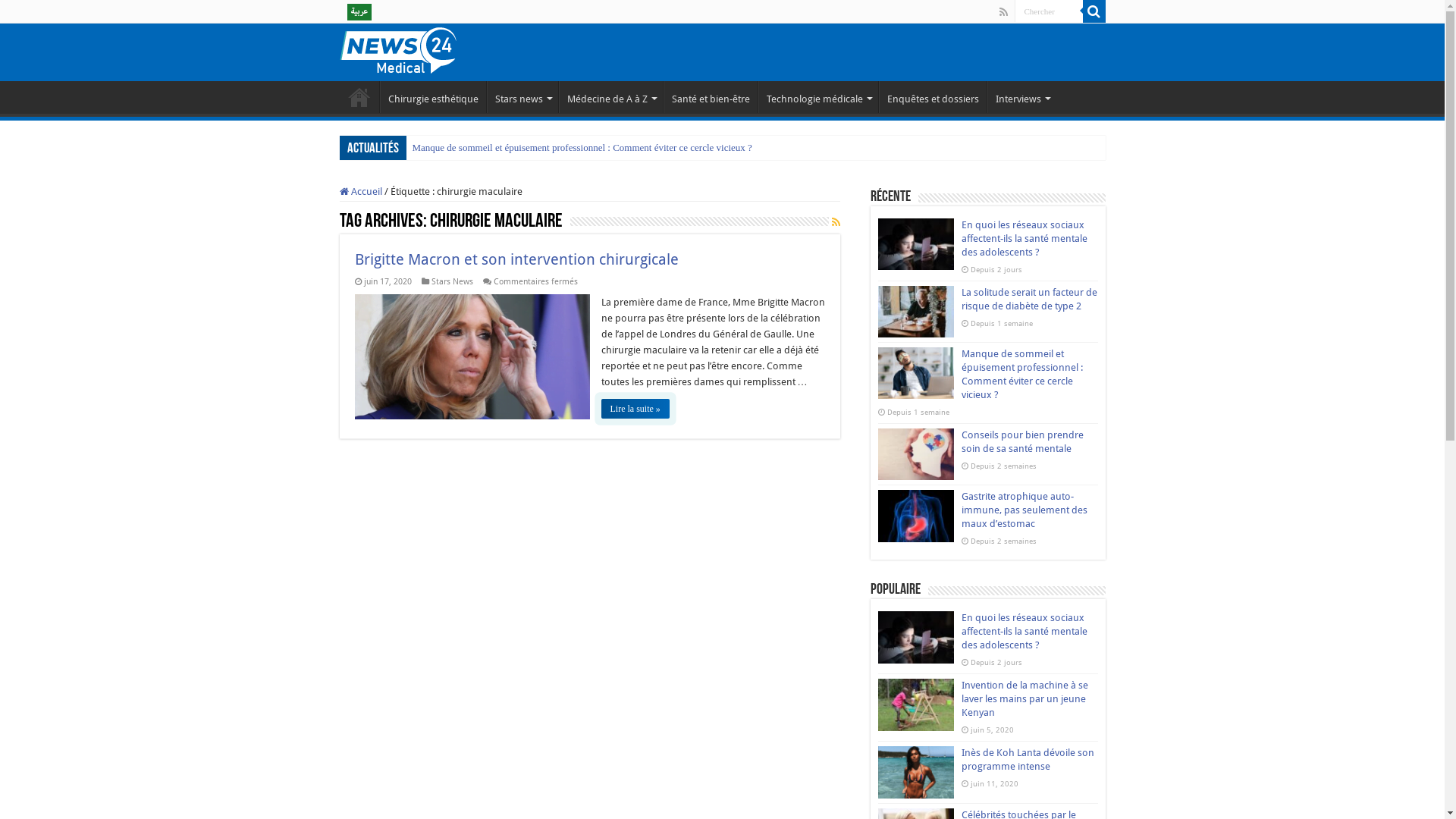 The image size is (1456, 819). Describe the element at coordinates (522, 96) in the screenshot. I see `'Stars news'` at that location.